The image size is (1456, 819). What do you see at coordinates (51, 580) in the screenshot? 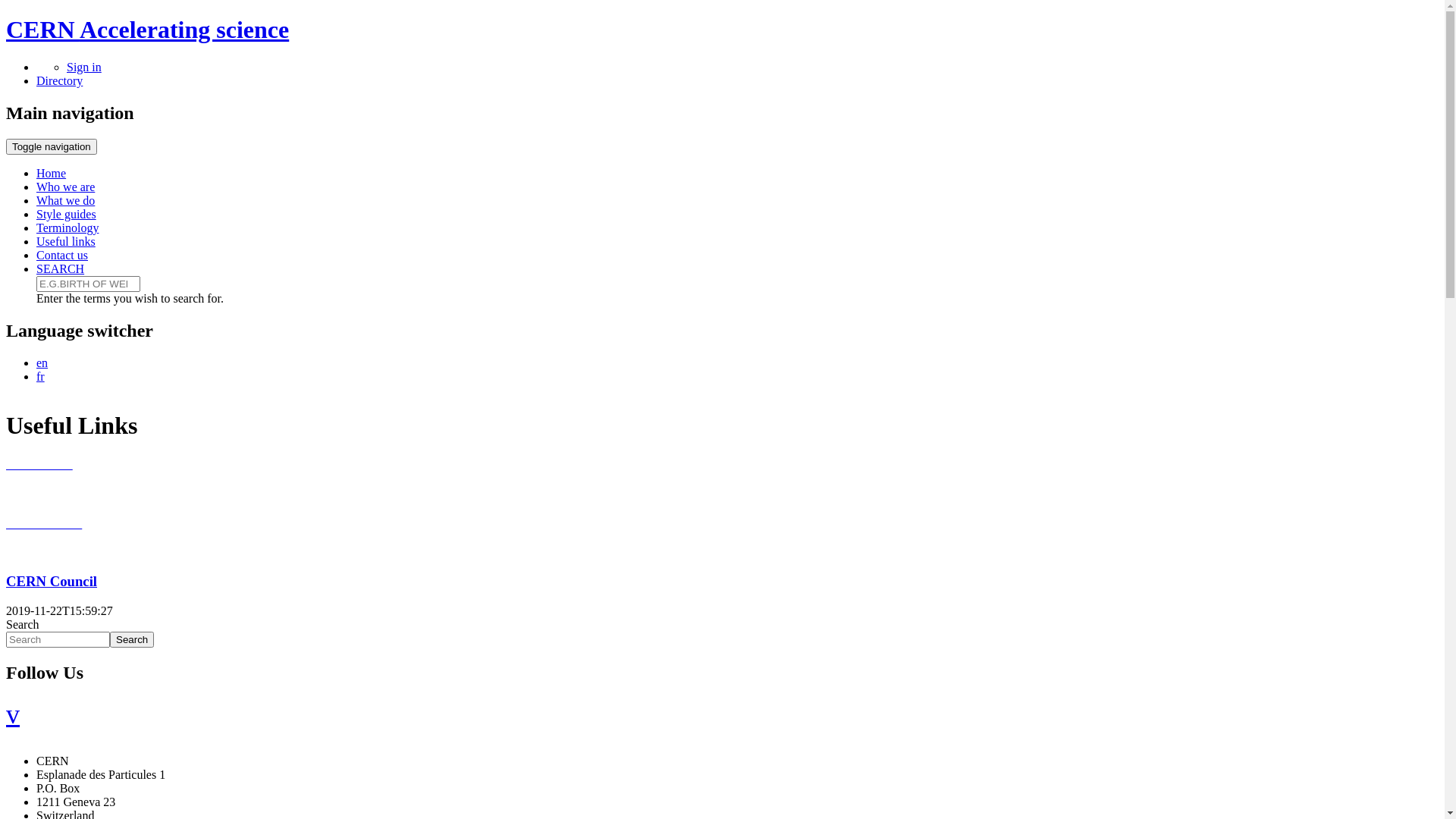
I see `'CERN Council'` at bounding box center [51, 580].